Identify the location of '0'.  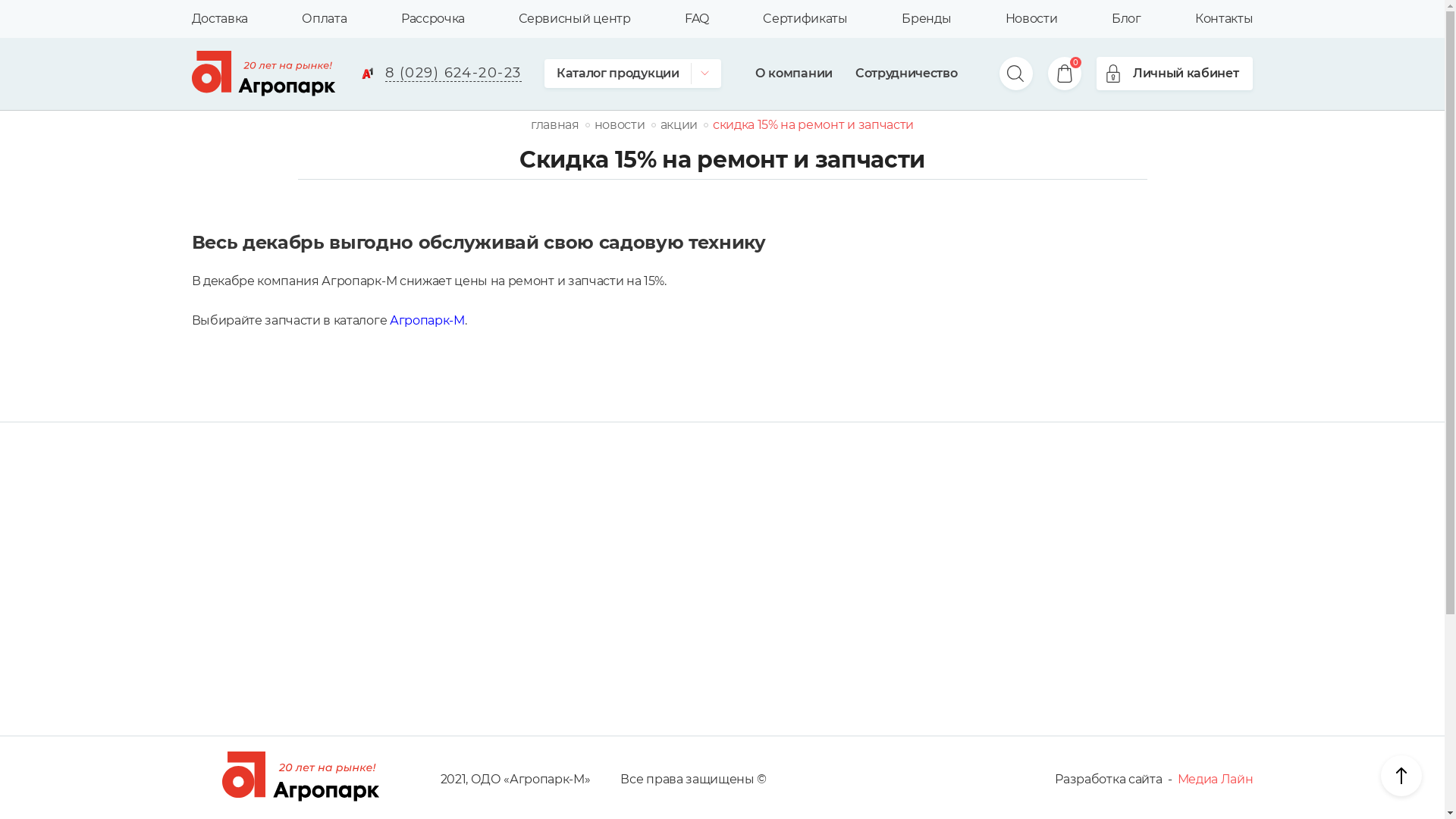
(1055, 73).